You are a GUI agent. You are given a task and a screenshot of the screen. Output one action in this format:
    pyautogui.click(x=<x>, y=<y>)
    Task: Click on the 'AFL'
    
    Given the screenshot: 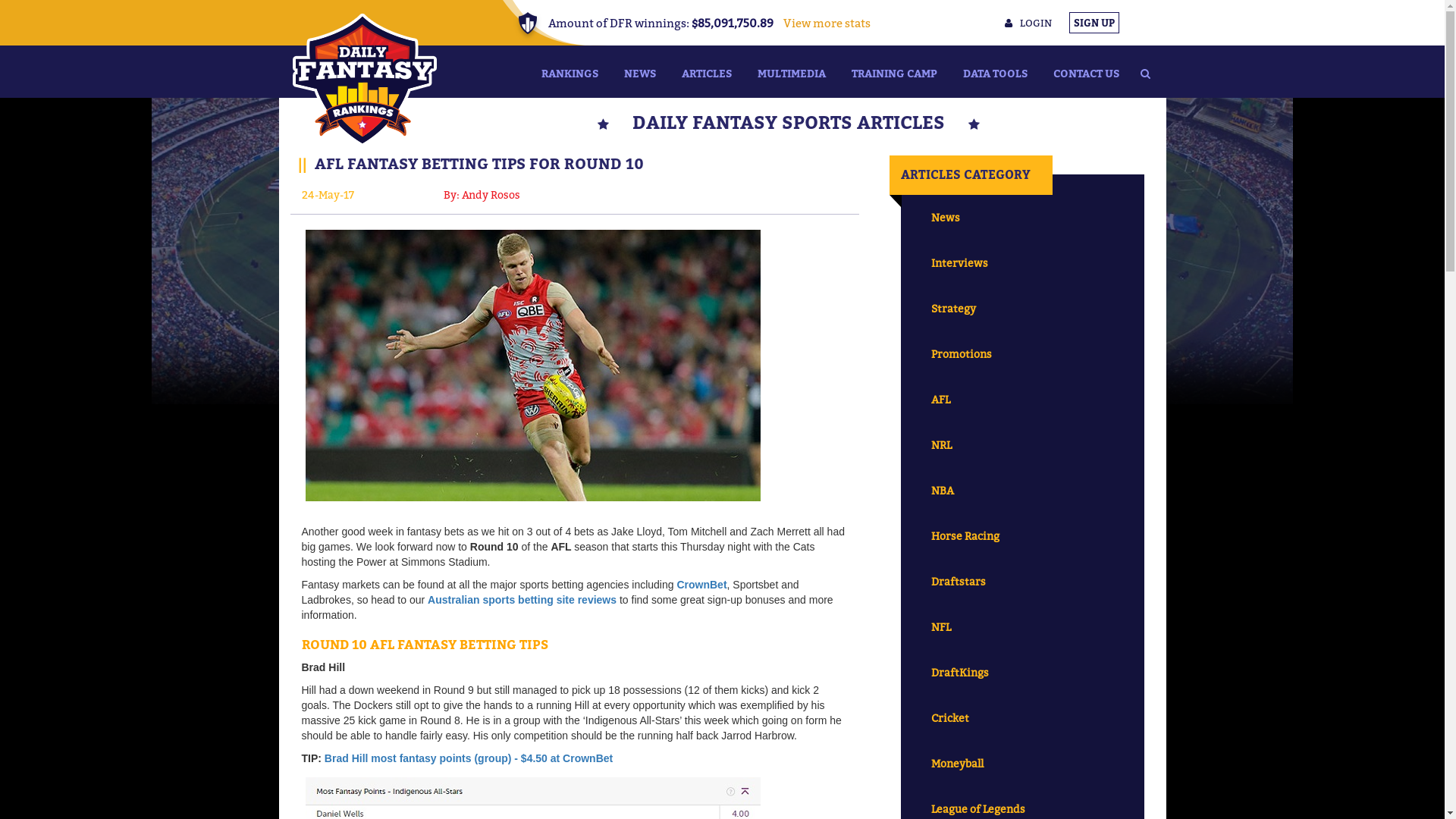 What is the action you would take?
    pyautogui.click(x=1022, y=399)
    